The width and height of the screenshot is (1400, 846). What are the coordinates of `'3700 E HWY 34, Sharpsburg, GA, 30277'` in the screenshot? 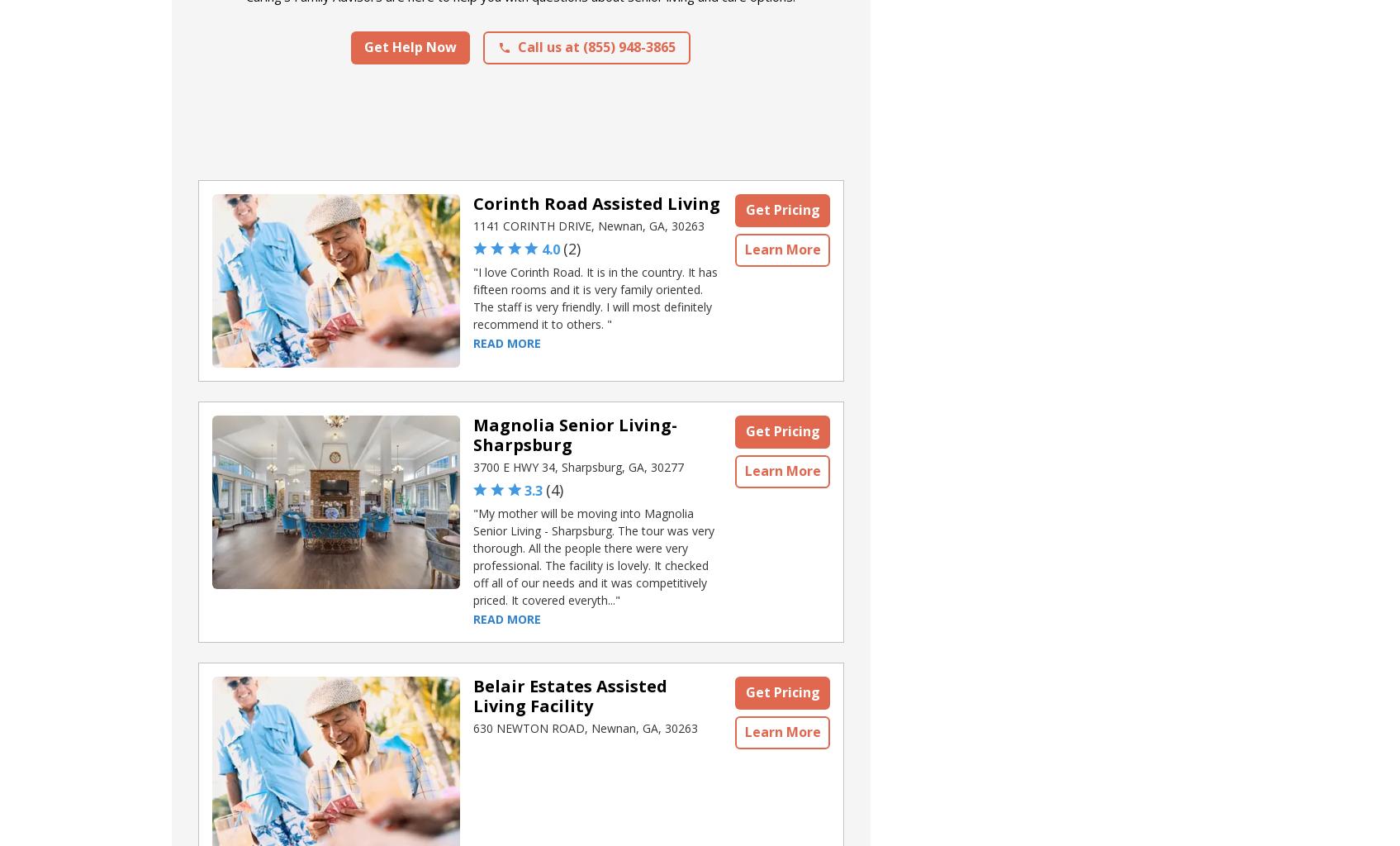 It's located at (578, 466).